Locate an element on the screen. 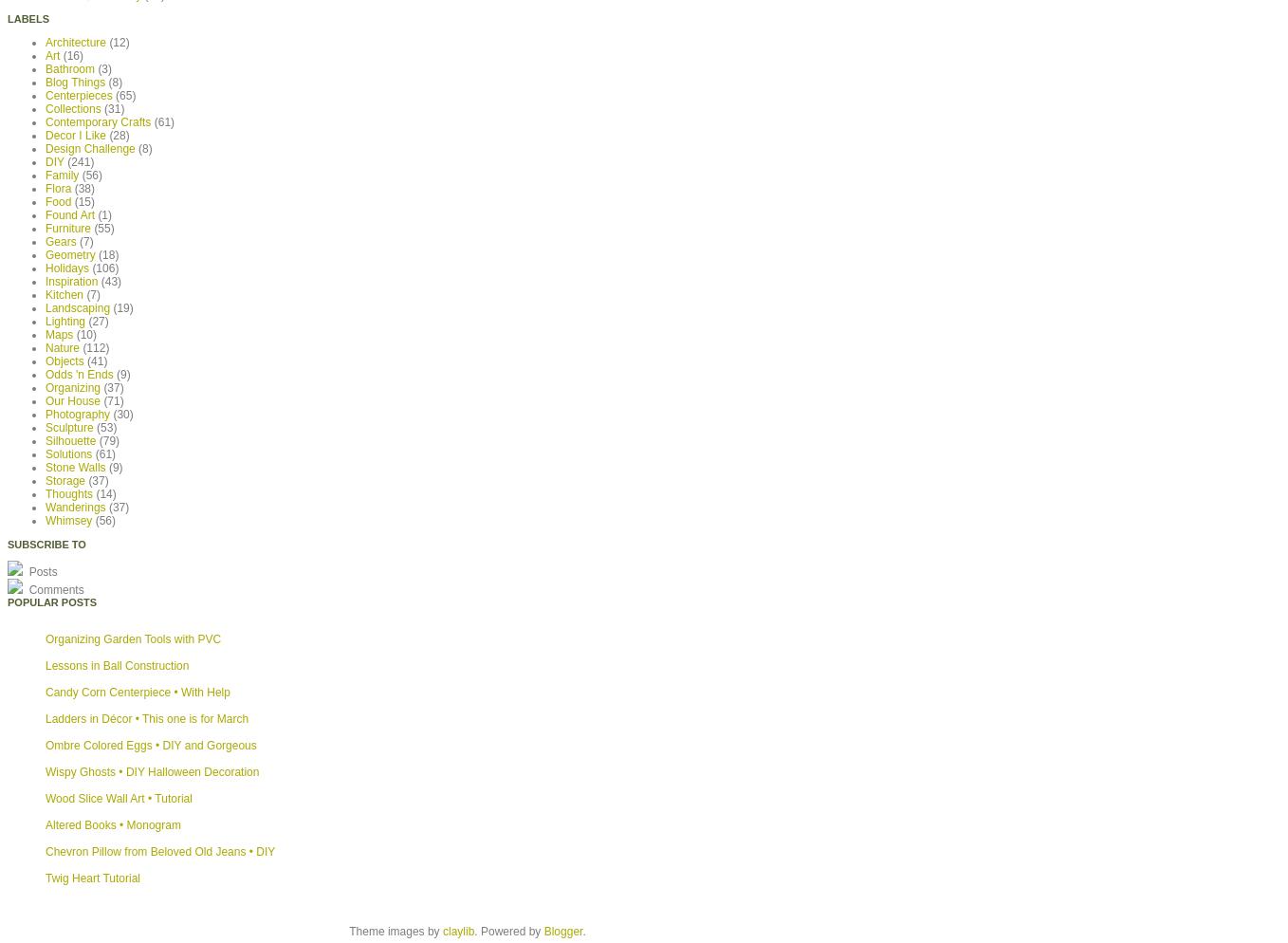 The height and width of the screenshot is (943, 1288). 'Landscaping' is located at coordinates (78, 306).